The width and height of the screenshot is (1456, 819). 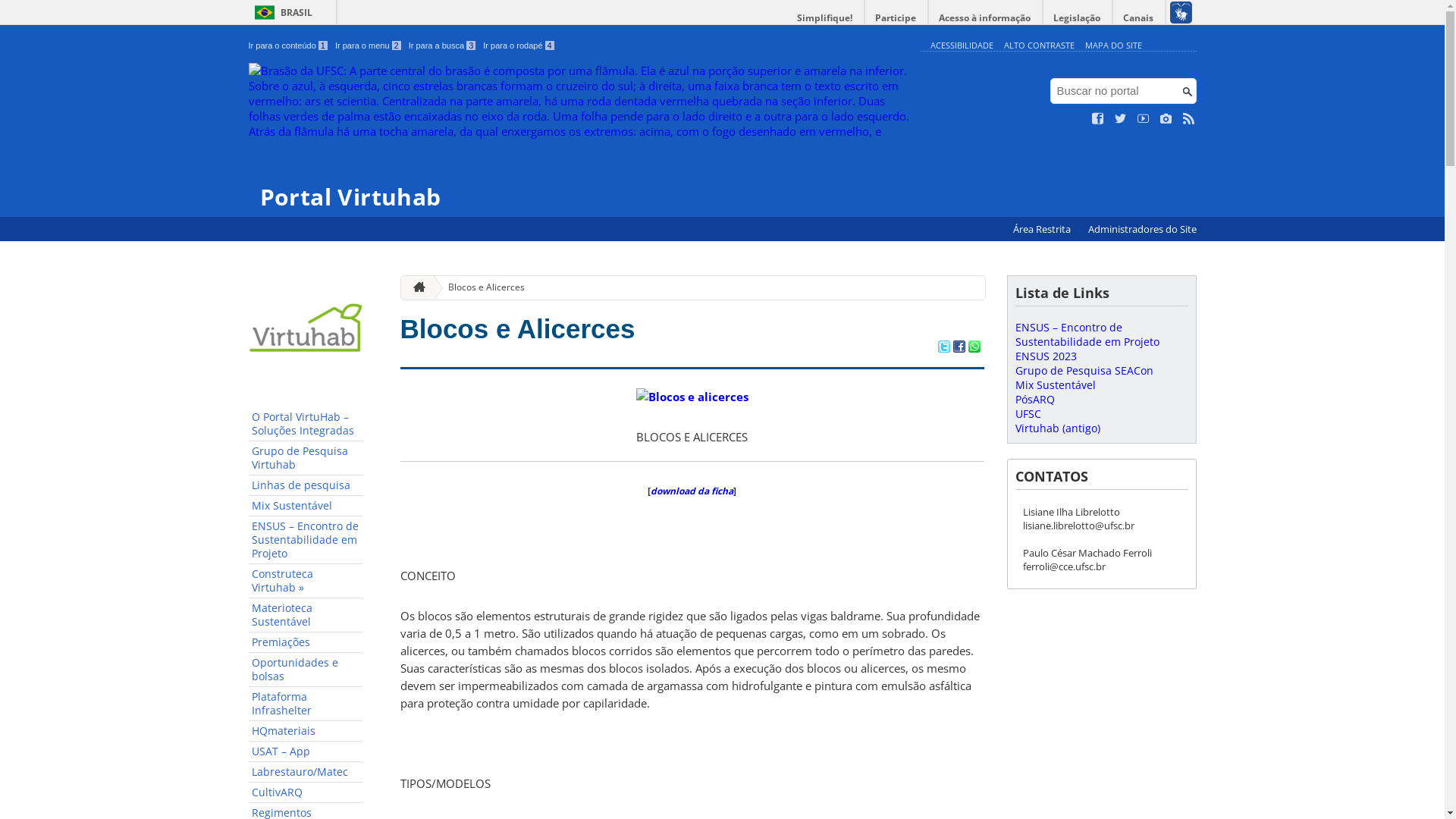 I want to click on 'ALTO CONTRASTE', so click(x=1038, y=44).